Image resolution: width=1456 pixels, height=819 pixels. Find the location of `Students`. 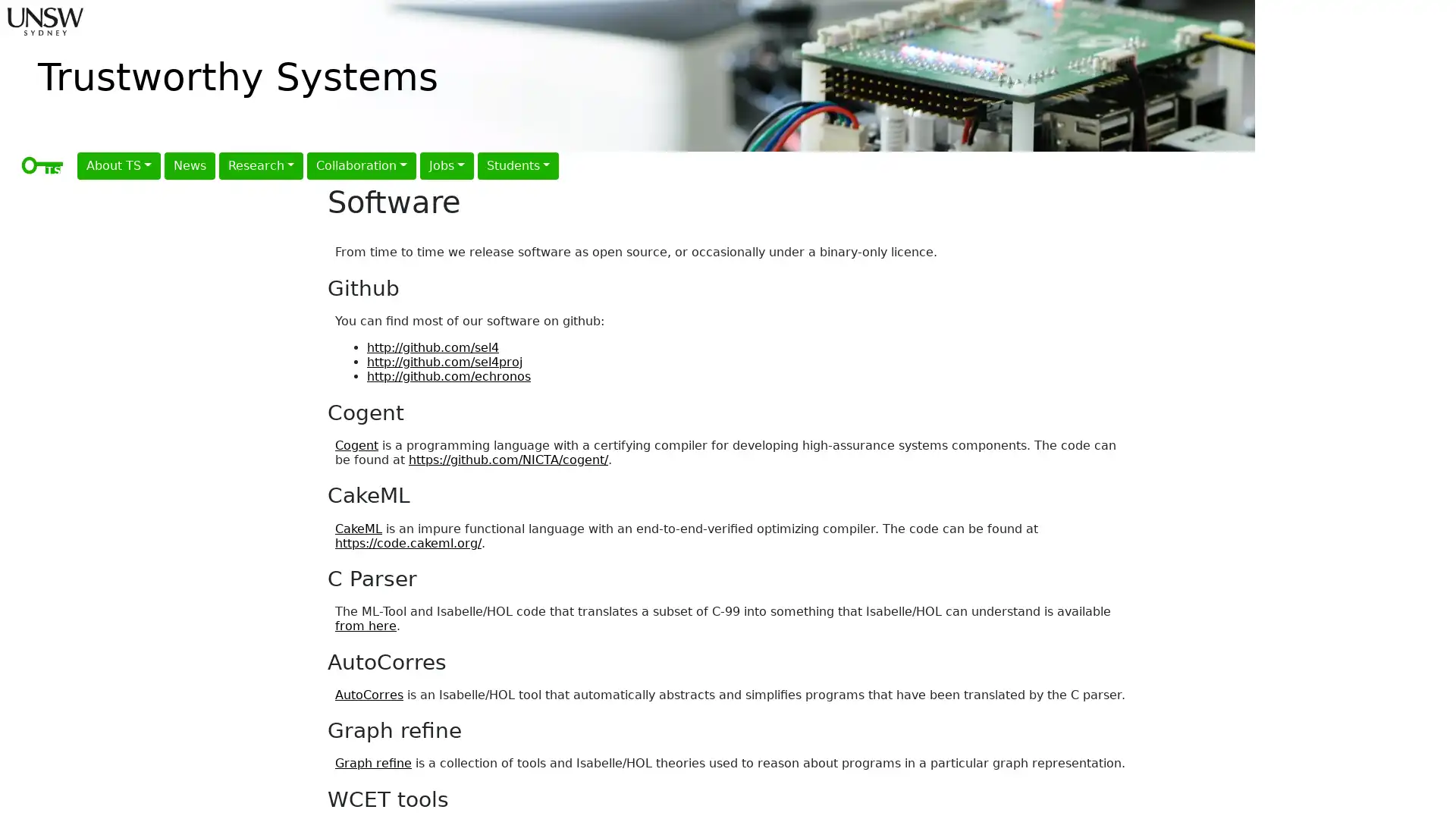

Students is located at coordinates (517, 165).